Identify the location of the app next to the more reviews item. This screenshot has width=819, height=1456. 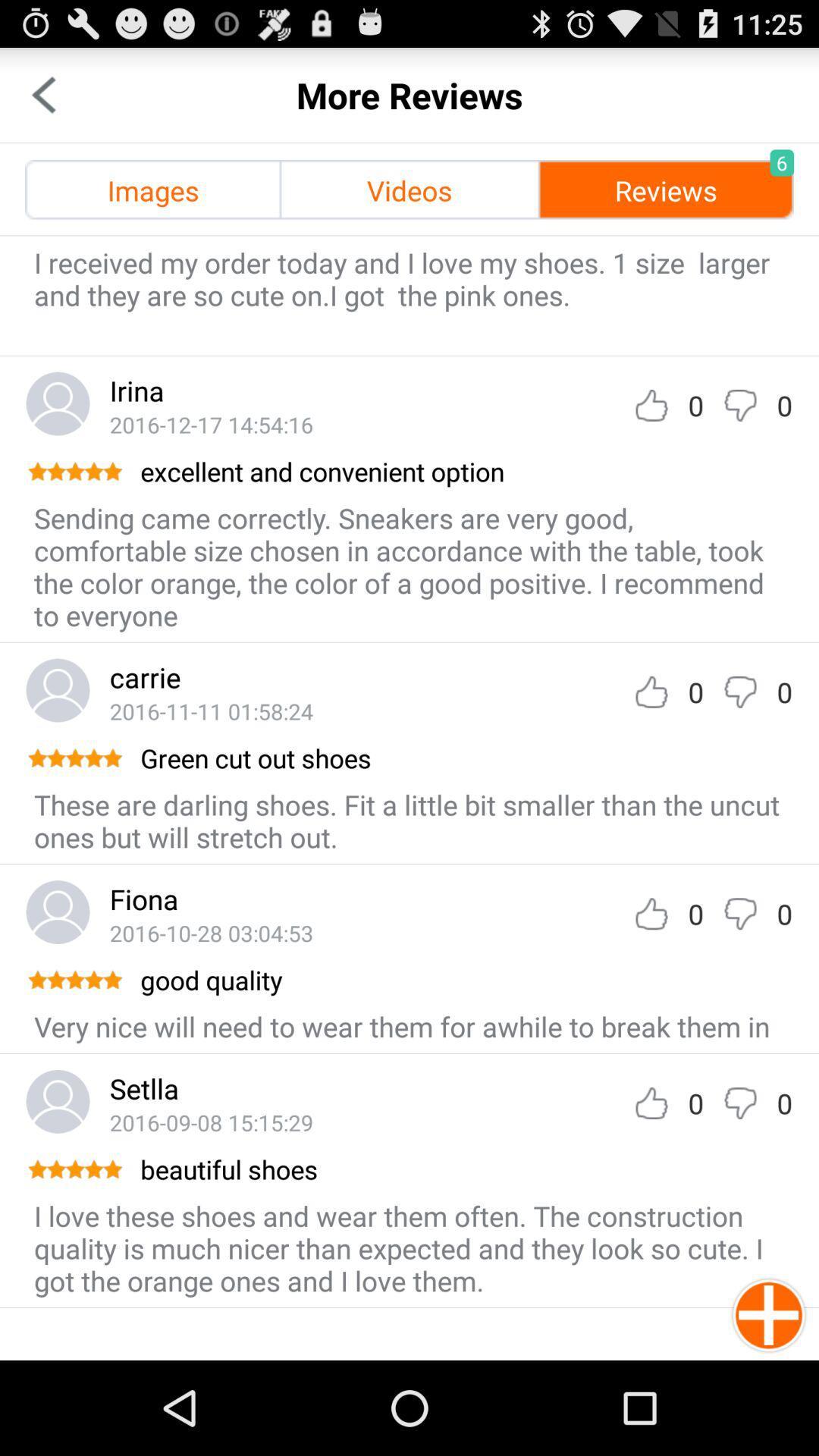
(42, 94).